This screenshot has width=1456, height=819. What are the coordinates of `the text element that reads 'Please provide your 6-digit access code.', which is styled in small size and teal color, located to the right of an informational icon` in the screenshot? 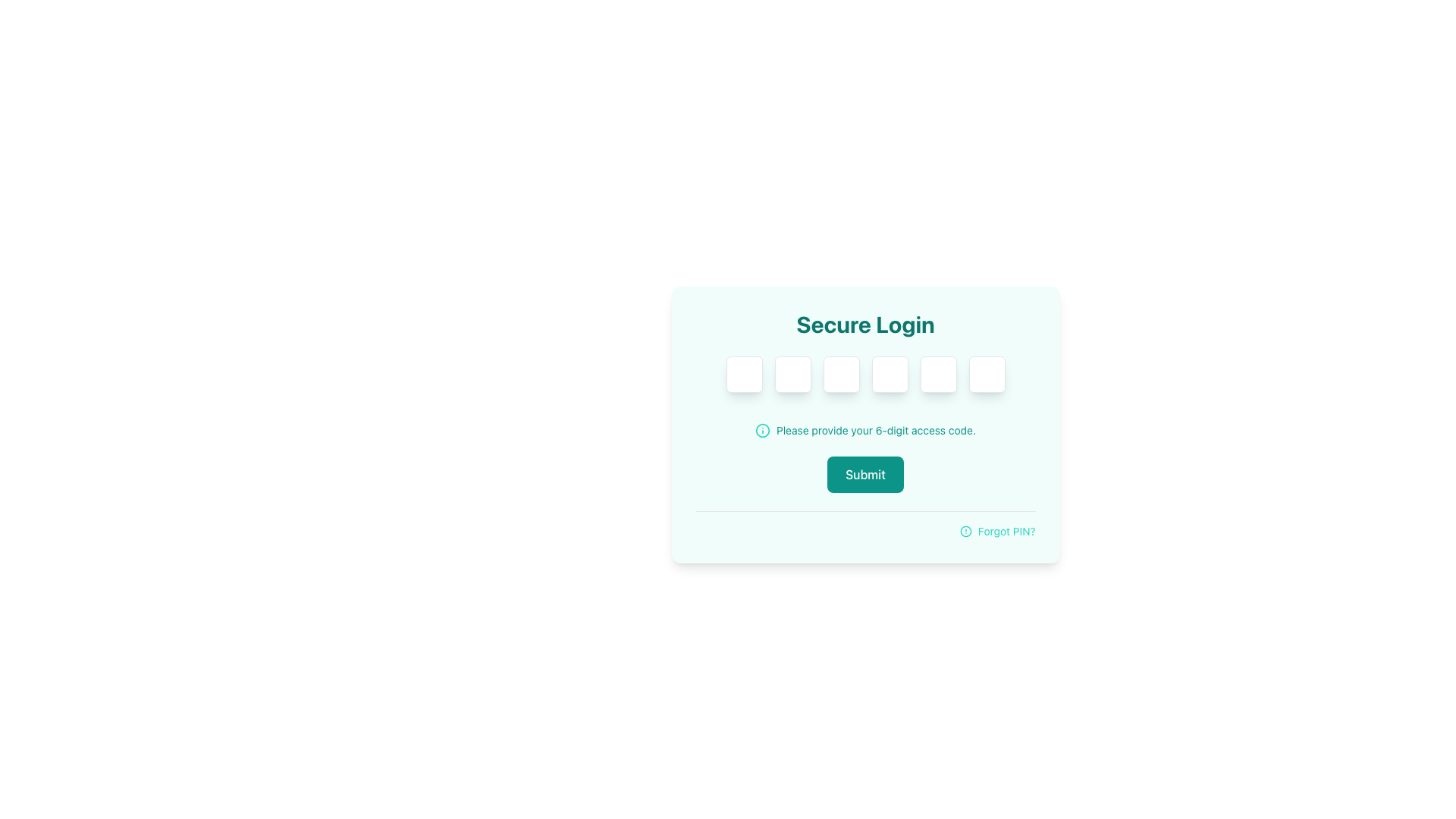 It's located at (876, 430).